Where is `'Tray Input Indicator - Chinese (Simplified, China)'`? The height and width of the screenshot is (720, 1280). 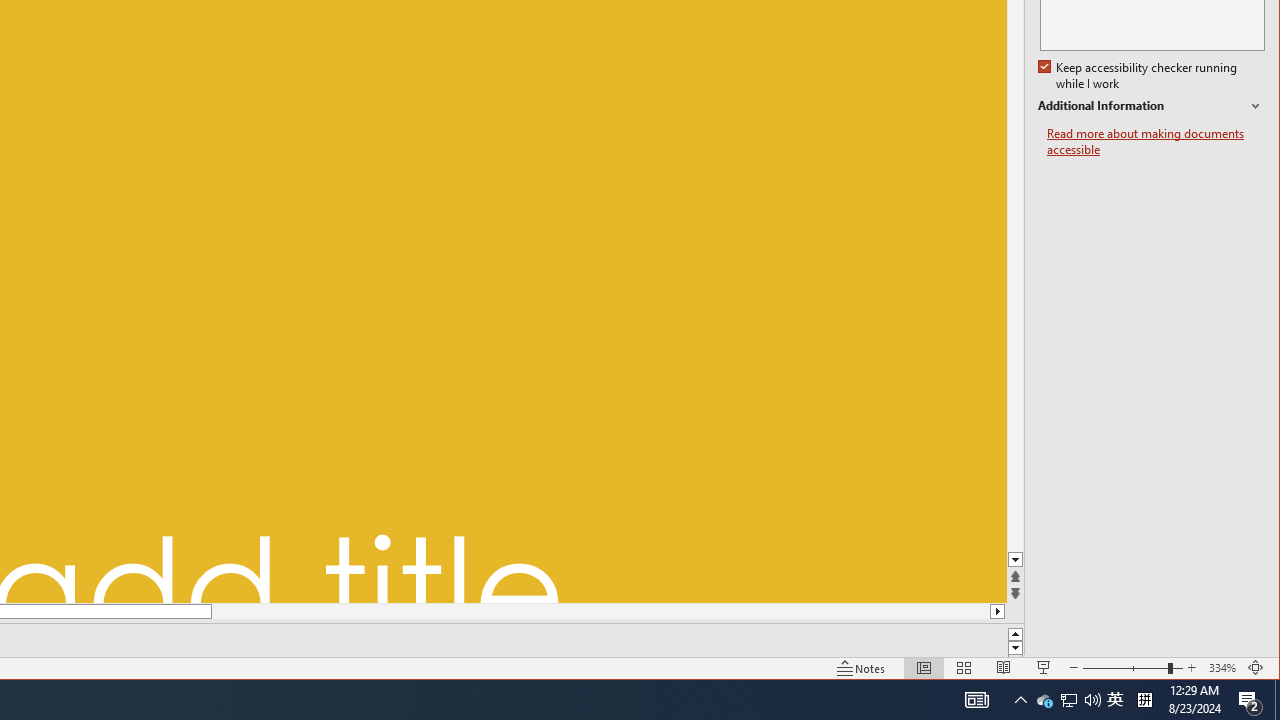
'Tray Input Indicator - Chinese (Simplified, China)' is located at coordinates (1125, 668).